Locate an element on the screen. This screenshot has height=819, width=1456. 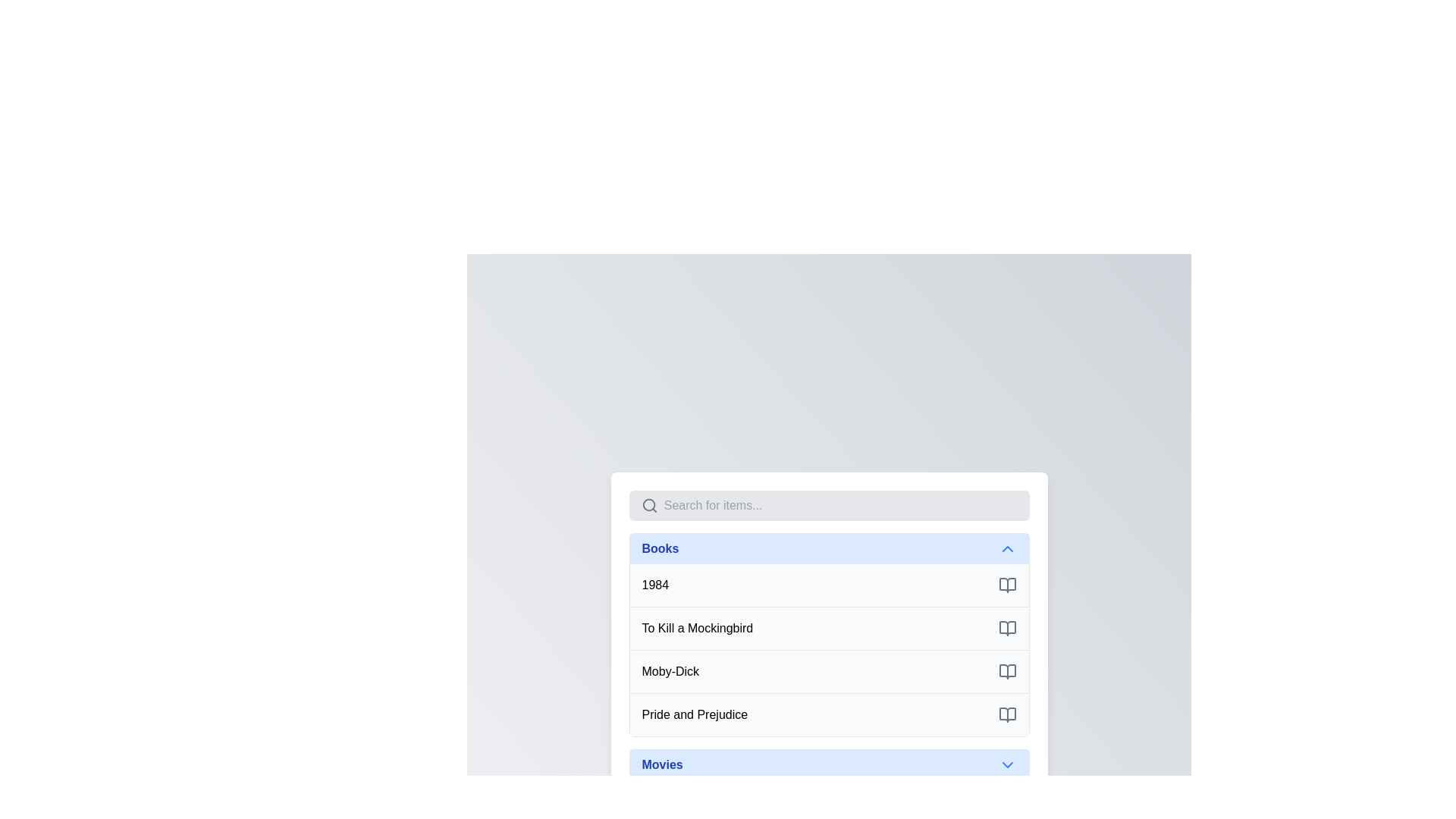
the open book icon located to the right of the '1984' book entry in the 'Books' section is located at coordinates (1007, 584).